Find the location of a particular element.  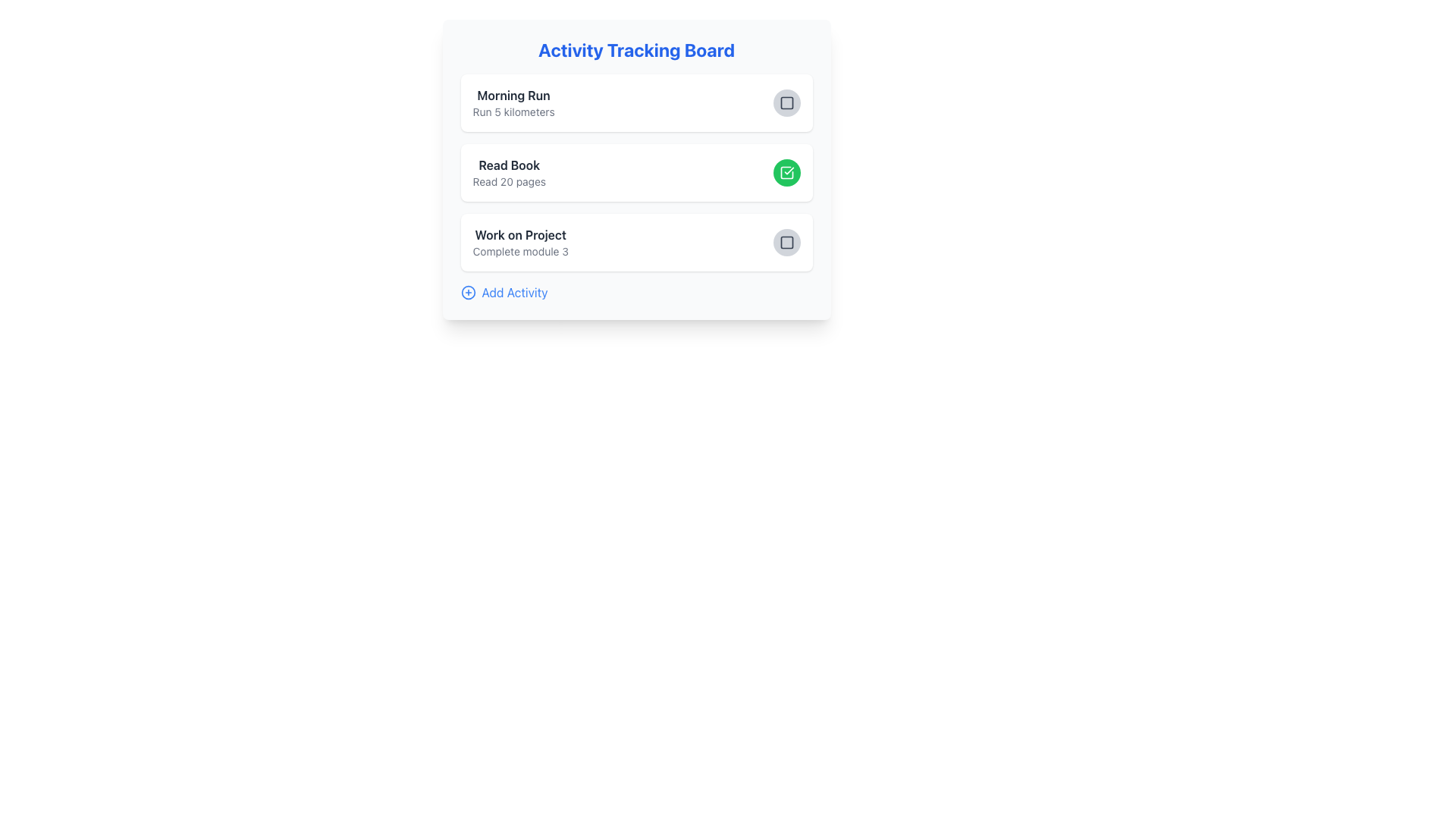

the centered textual heading 'Activity Tracking Board' which is styled with bold, large, blue text, located at the top of the interface is located at coordinates (636, 49).